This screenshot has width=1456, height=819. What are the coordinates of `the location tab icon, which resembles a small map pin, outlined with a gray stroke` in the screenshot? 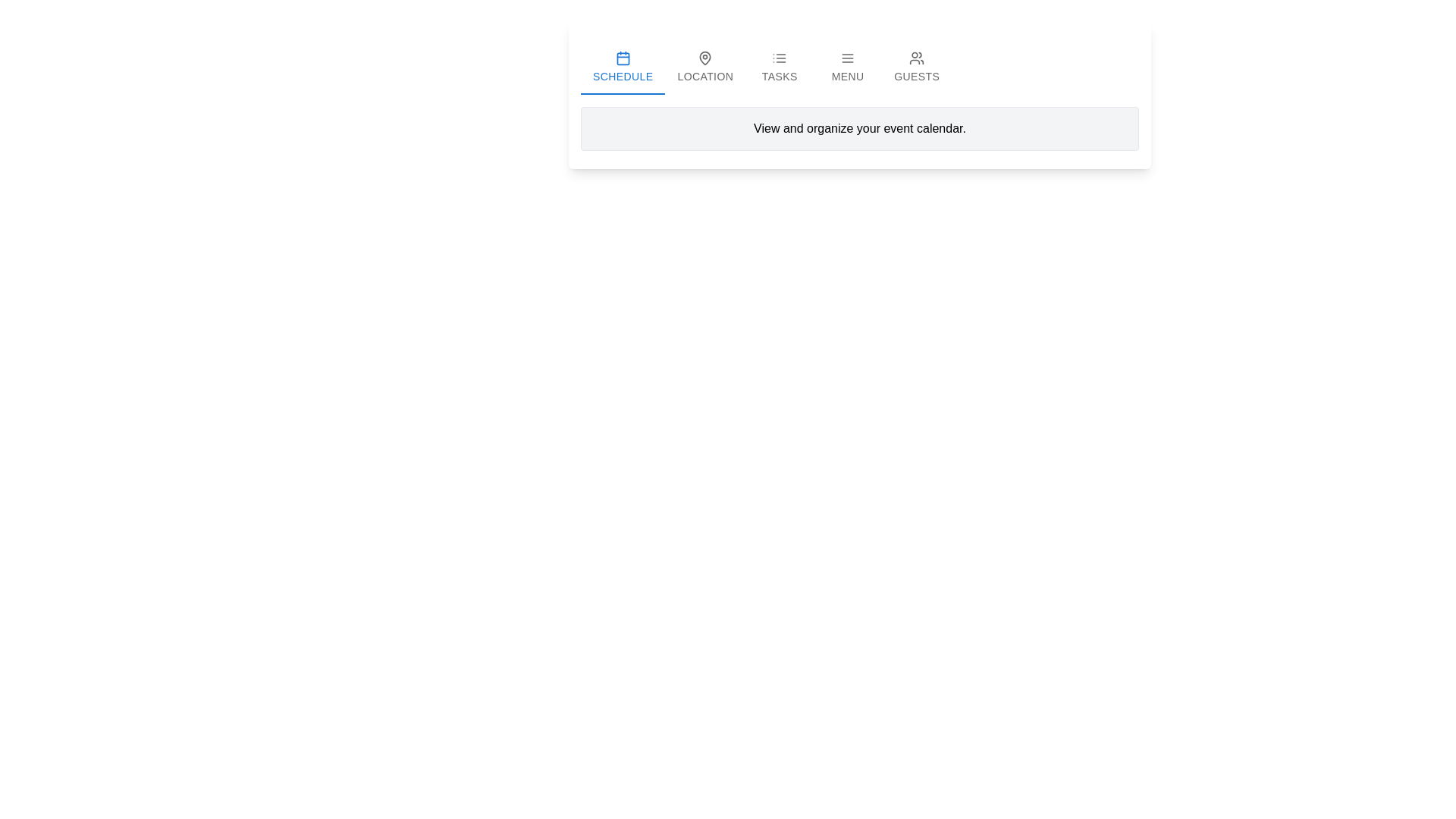 It's located at (704, 58).